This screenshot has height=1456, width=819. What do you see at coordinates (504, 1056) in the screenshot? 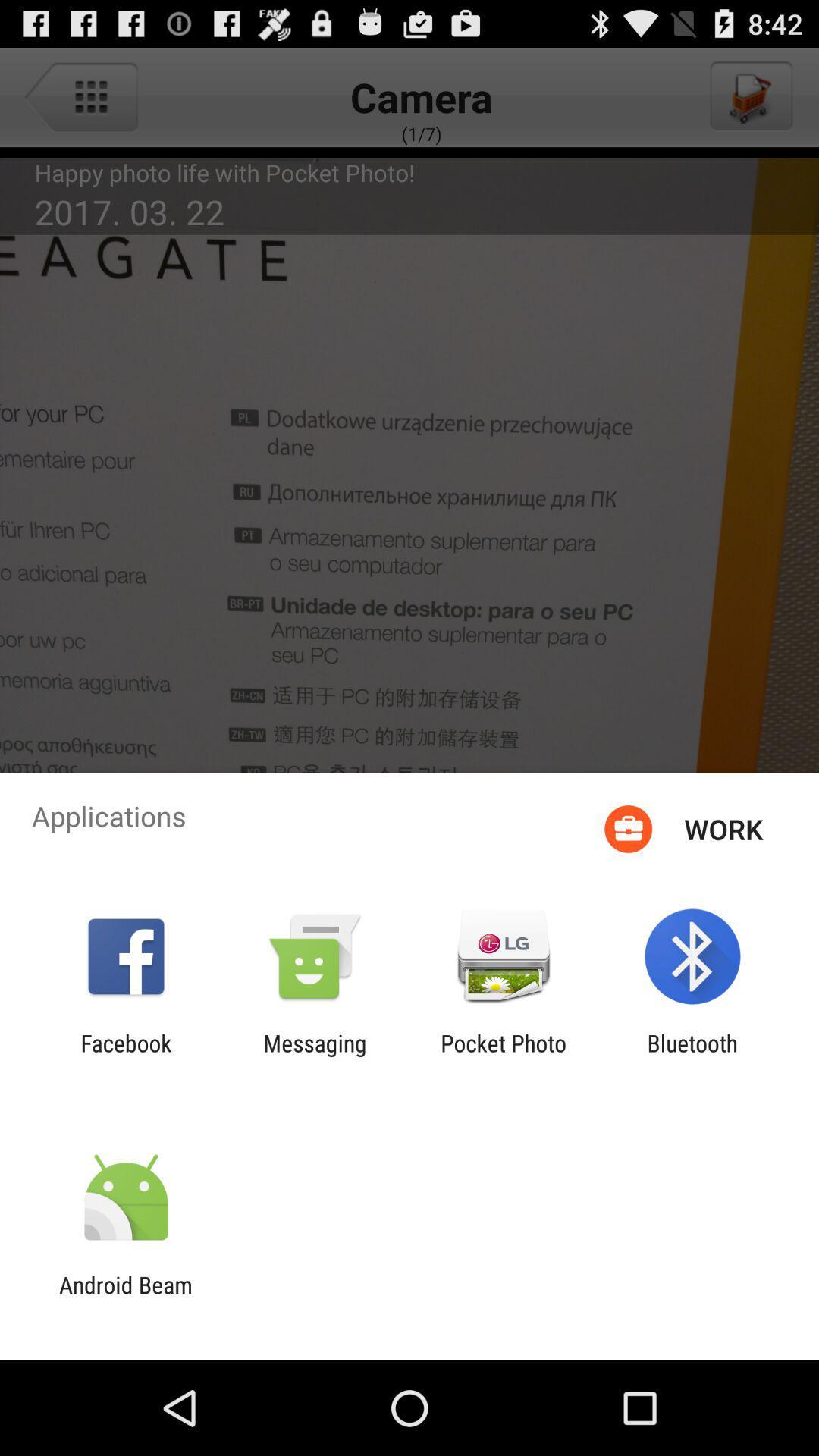
I see `icon to the left of bluetooth` at bounding box center [504, 1056].